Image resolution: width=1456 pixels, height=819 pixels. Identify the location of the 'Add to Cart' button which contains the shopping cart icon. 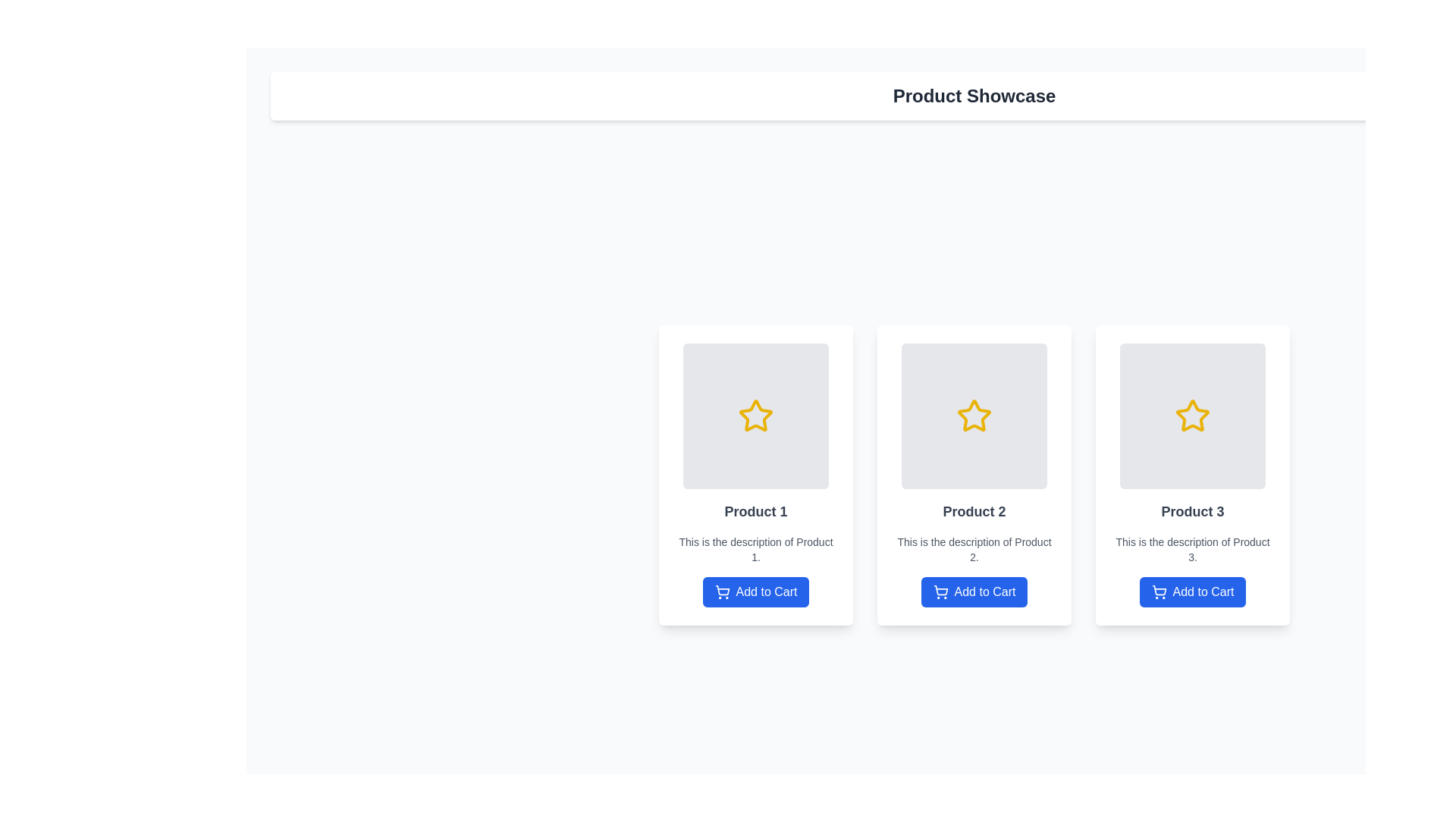
(721, 591).